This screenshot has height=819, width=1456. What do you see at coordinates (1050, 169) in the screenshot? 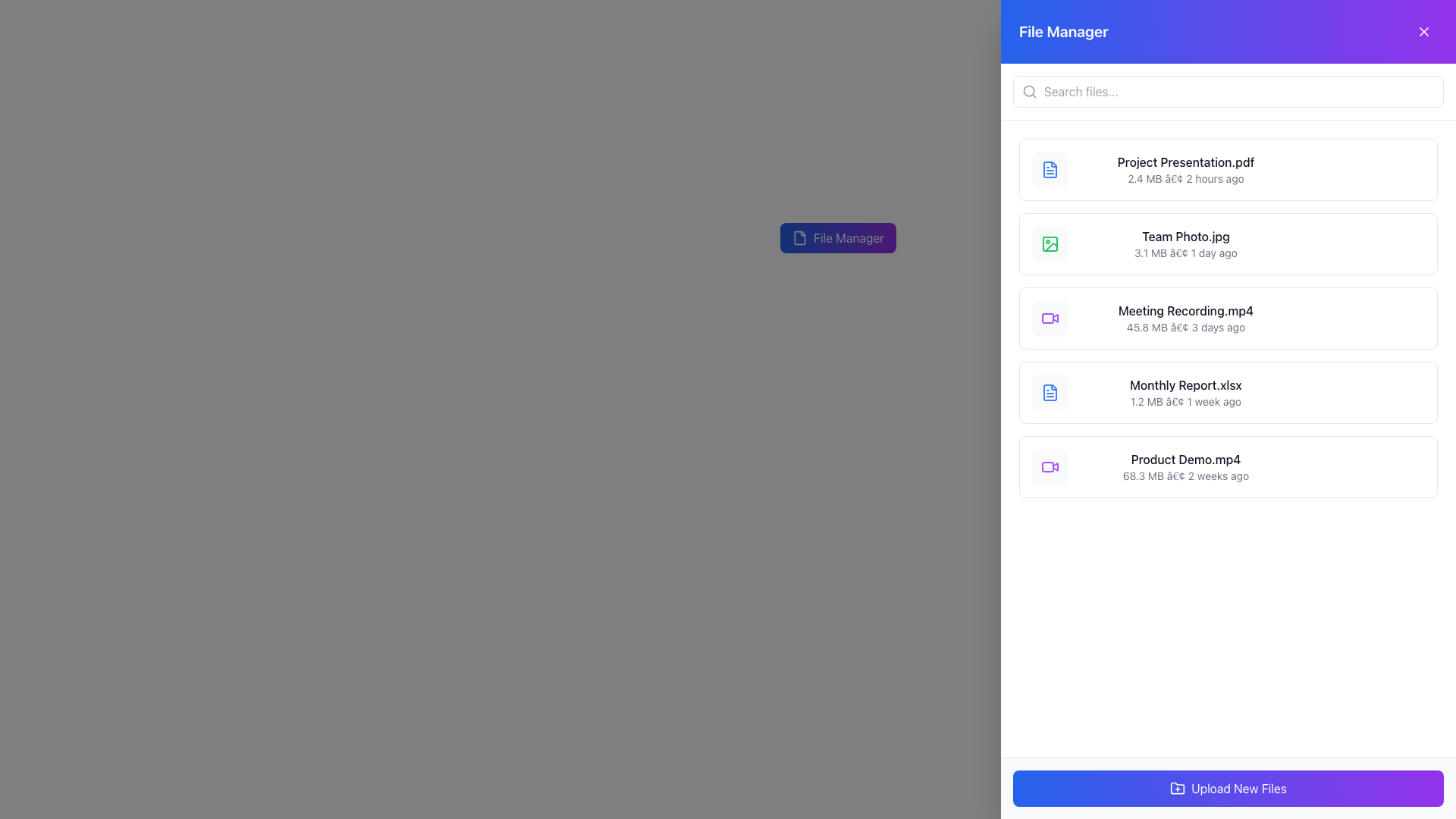
I see `the small blue document icon located in the upper section of the vertical list in the file manager, which corresponds to the first item 'Project Presentation.pdf'` at bounding box center [1050, 169].